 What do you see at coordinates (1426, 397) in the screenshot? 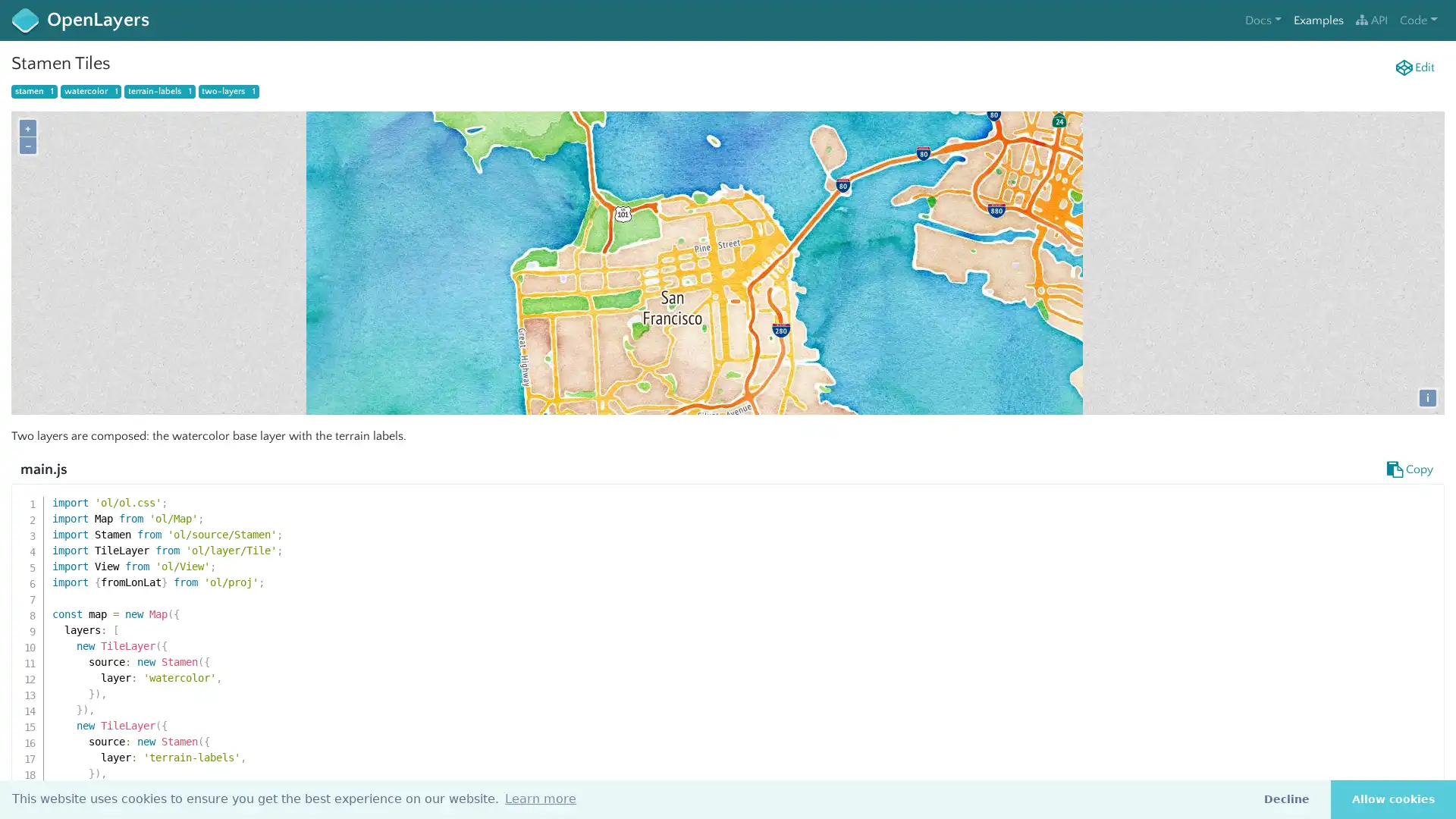
I see `i` at bounding box center [1426, 397].